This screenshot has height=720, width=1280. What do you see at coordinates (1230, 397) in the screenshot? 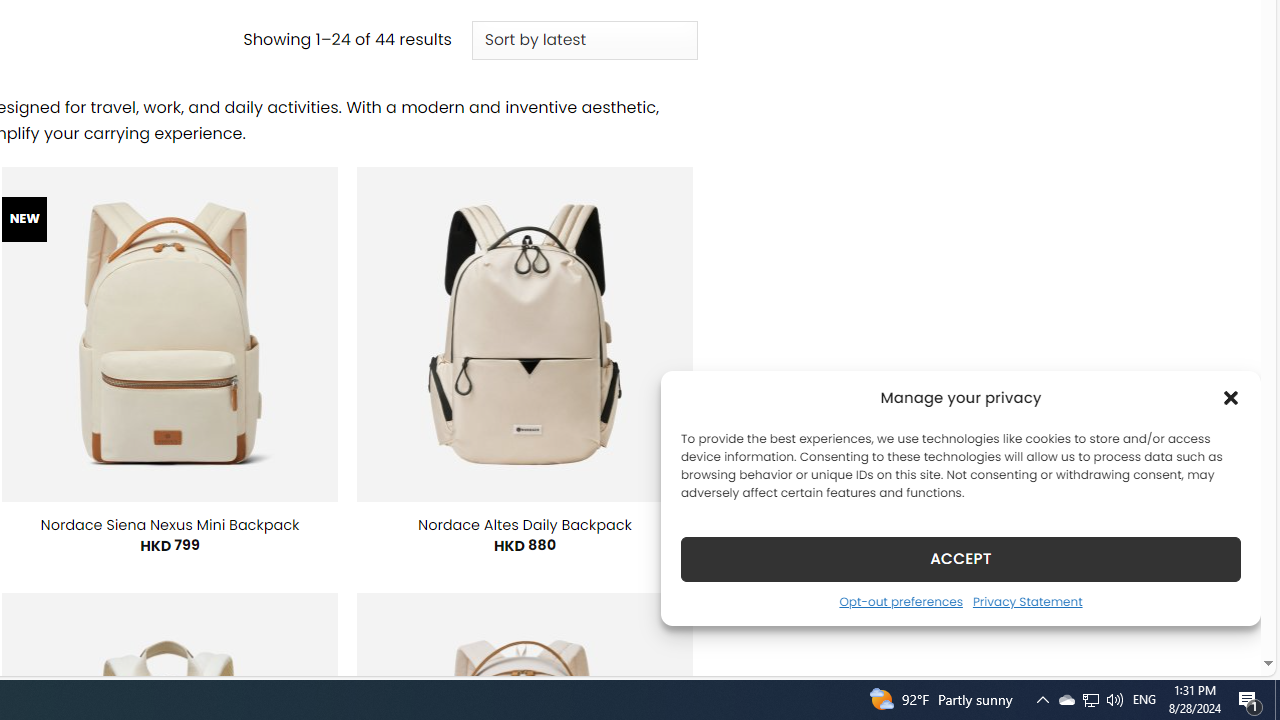
I see `'Class: cmplz-close'` at bounding box center [1230, 397].